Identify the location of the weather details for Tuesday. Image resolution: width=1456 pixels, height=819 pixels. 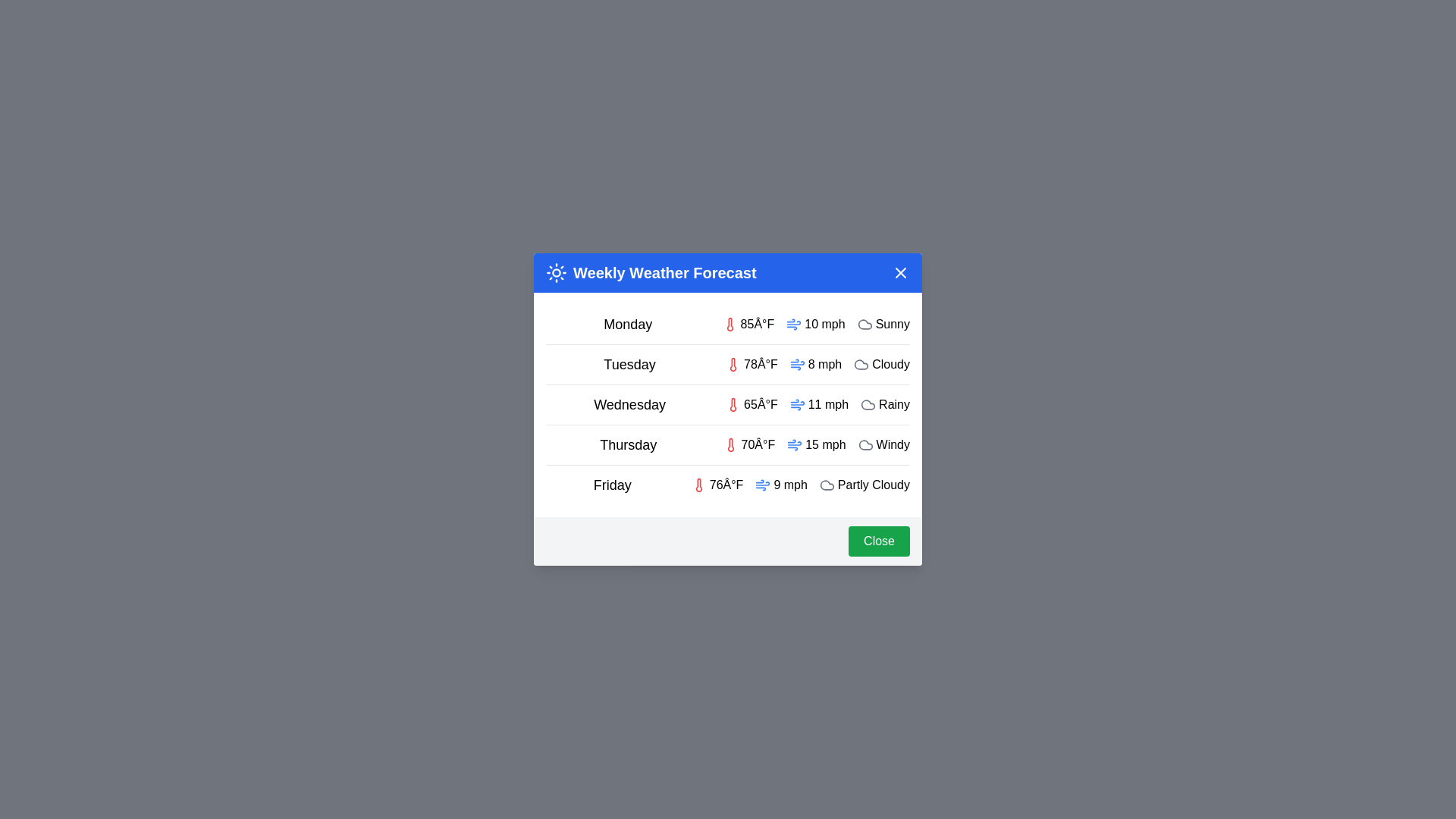
(728, 364).